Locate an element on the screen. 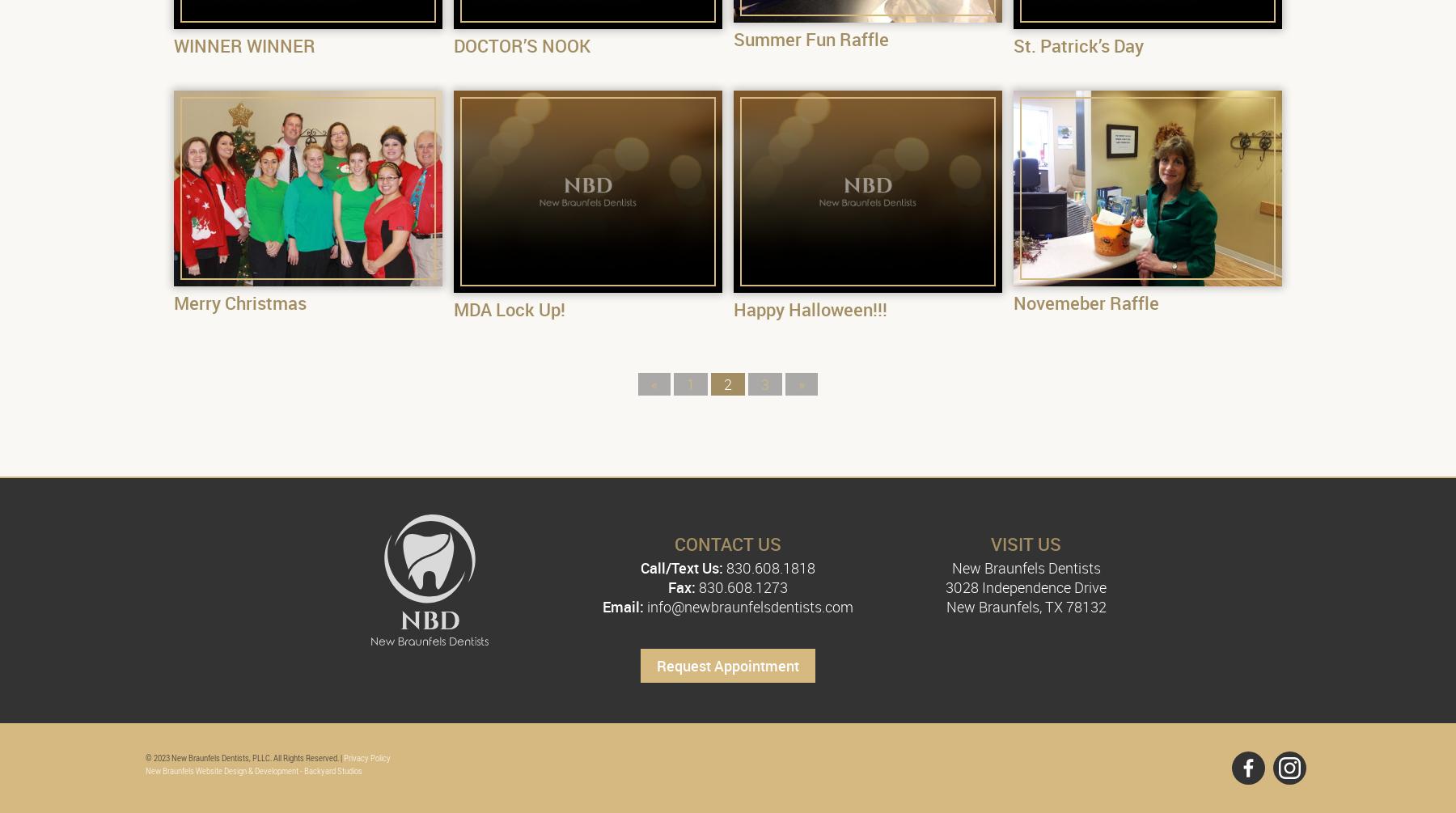 The width and height of the screenshot is (1456, 813). 'info@newbraunfelsdentists.com' is located at coordinates (748, 607).